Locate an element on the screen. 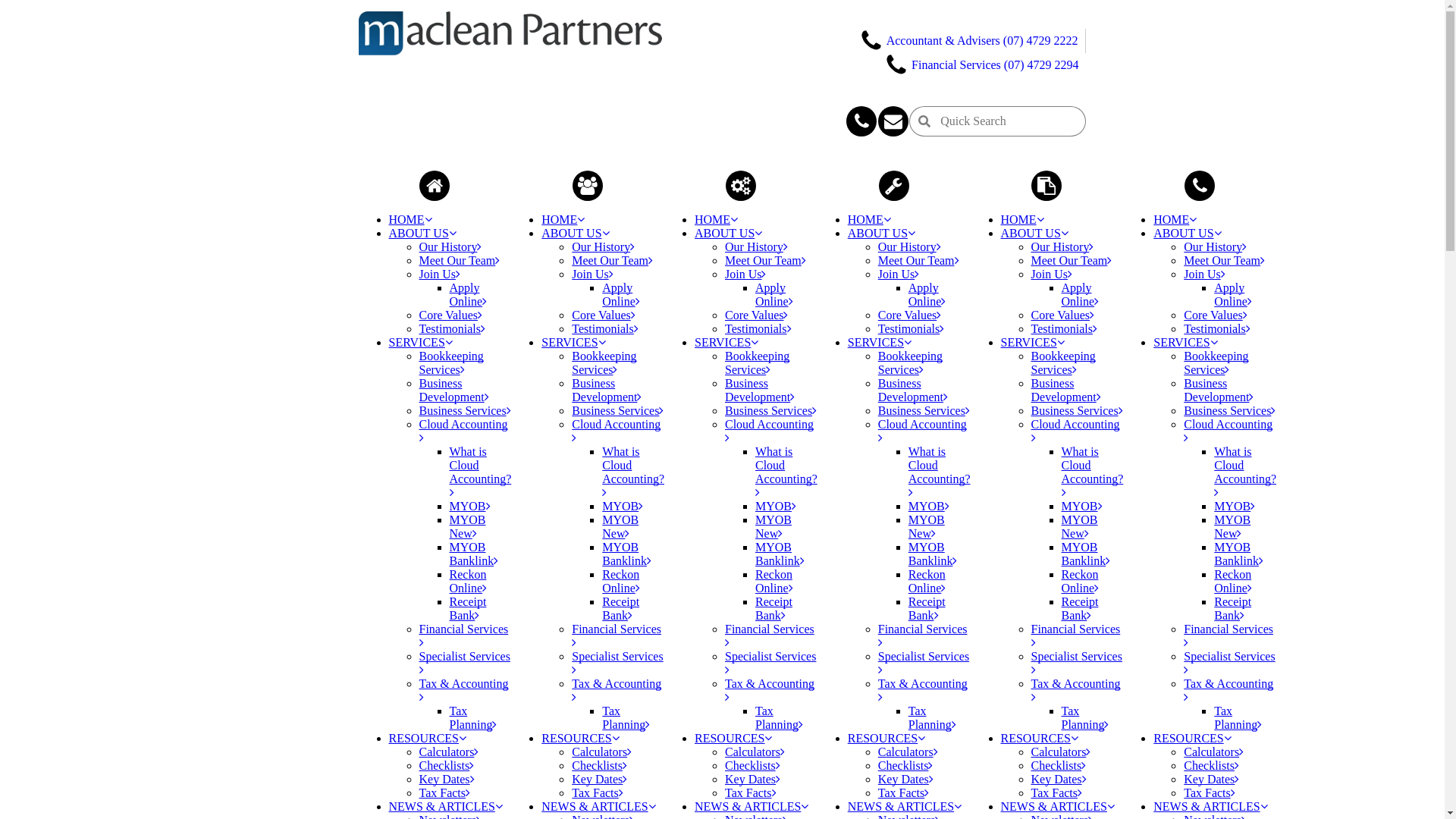  'home' is located at coordinates (419, 185).